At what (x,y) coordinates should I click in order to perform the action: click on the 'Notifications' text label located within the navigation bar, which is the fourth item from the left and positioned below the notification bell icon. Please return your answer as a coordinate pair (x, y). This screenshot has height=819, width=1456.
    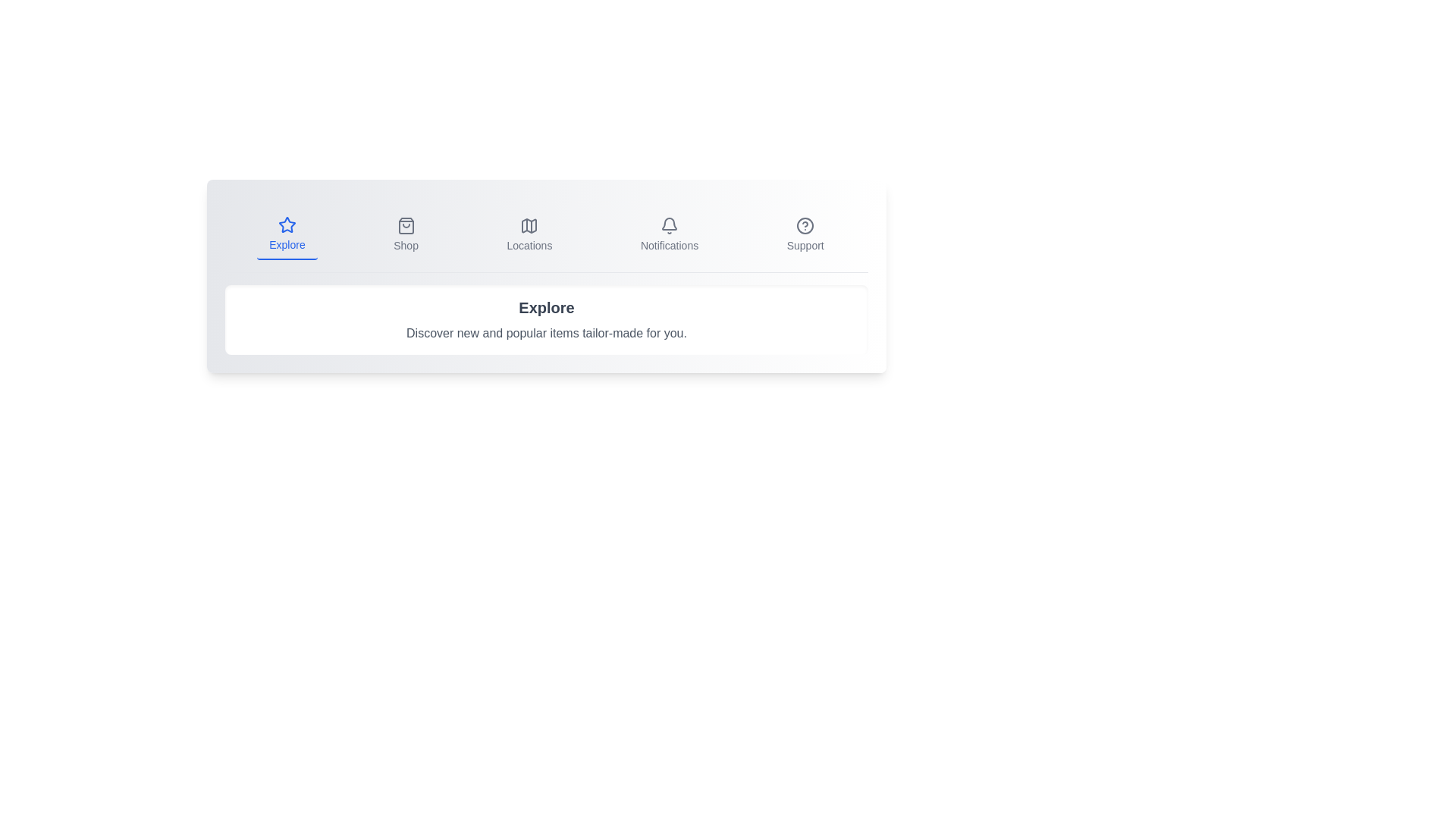
    Looking at the image, I should click on (669, 245).